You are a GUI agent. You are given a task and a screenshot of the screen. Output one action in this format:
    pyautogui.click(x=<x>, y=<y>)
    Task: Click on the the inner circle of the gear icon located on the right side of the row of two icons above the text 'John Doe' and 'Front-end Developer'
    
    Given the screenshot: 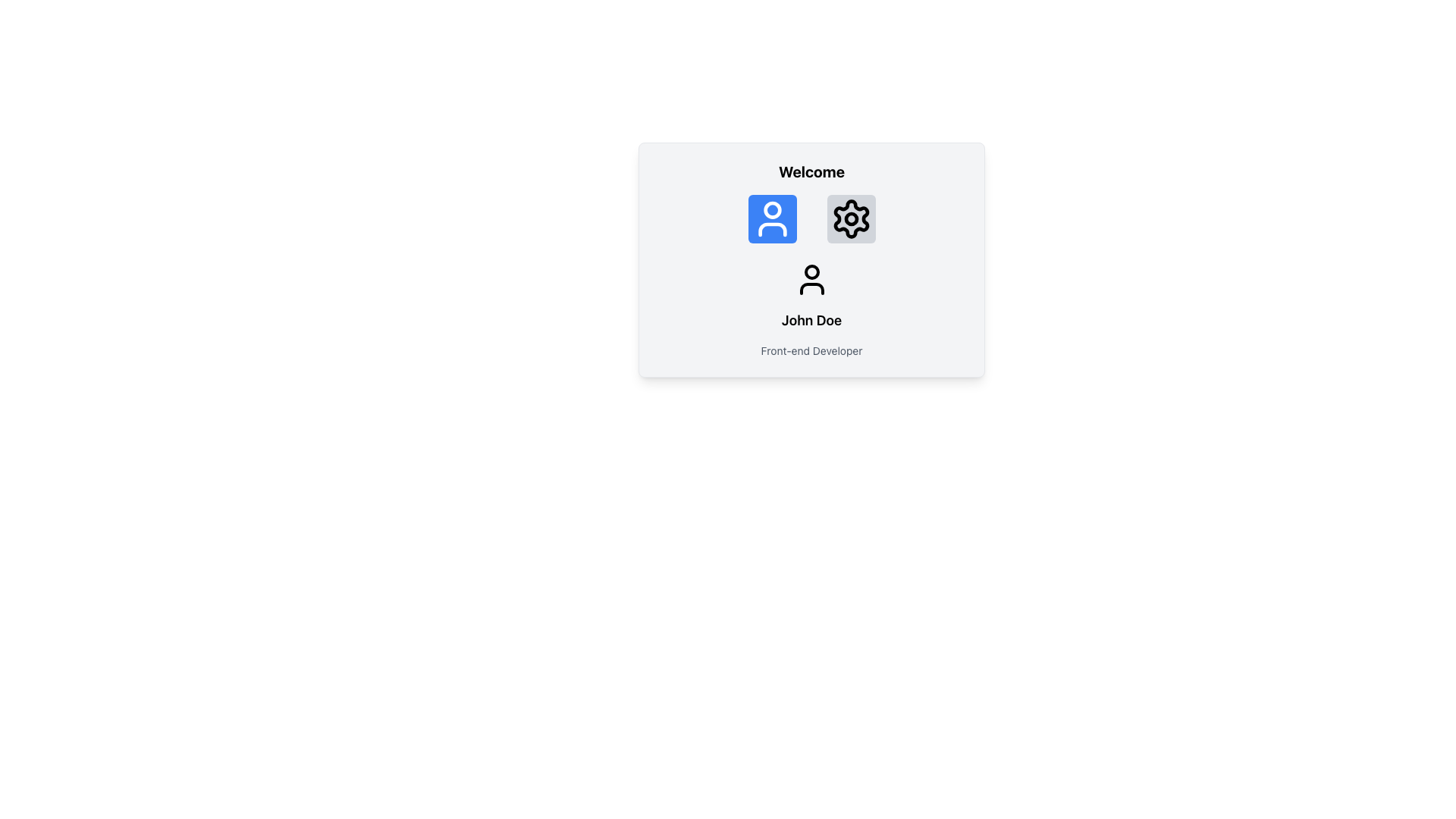 What is the action you would take?
    pyautogui.click(x=851, y=219)
    